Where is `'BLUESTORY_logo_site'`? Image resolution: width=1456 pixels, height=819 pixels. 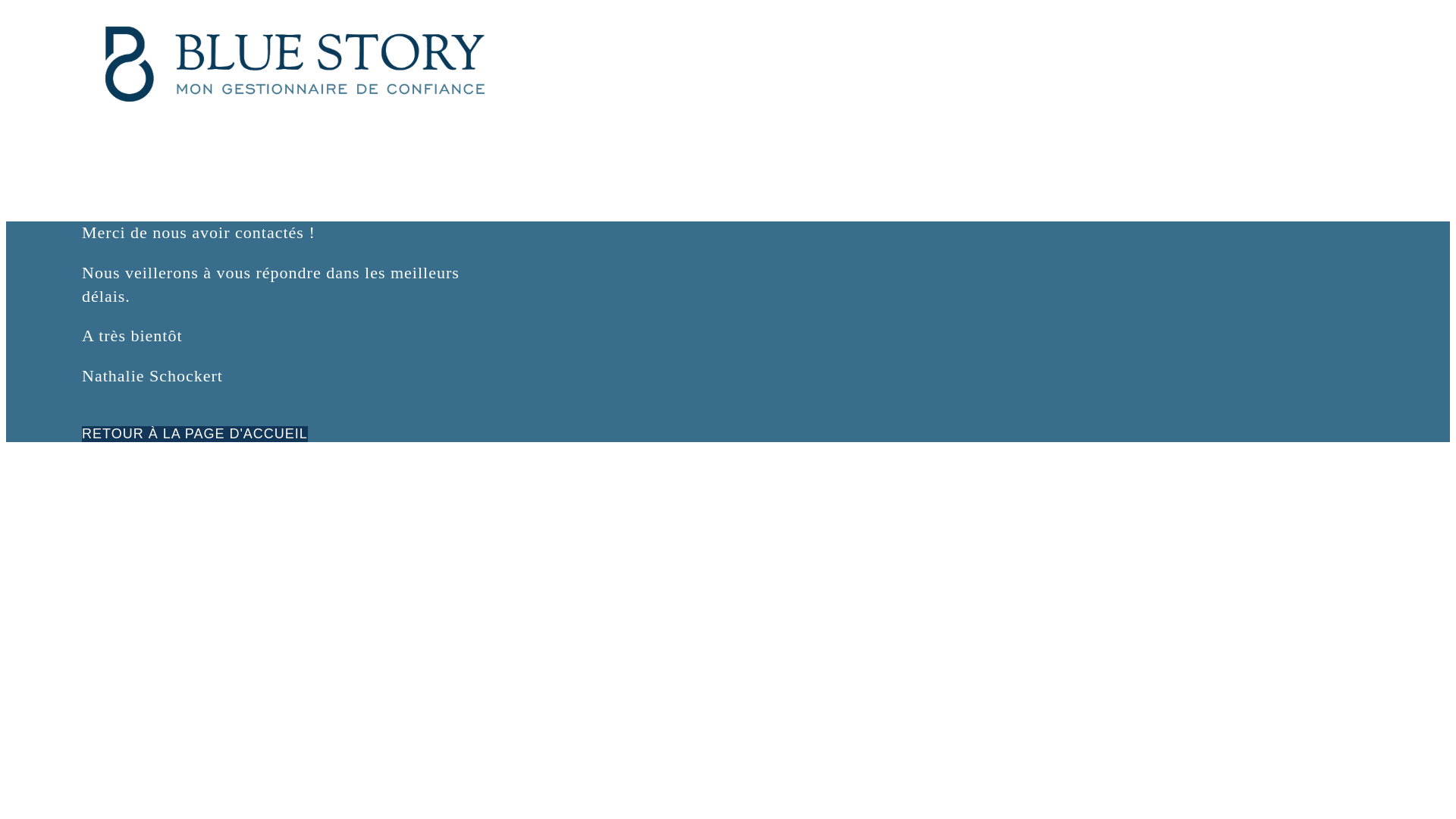
'BLUESTORY_logo_site' is located at coordinates (294, 63).